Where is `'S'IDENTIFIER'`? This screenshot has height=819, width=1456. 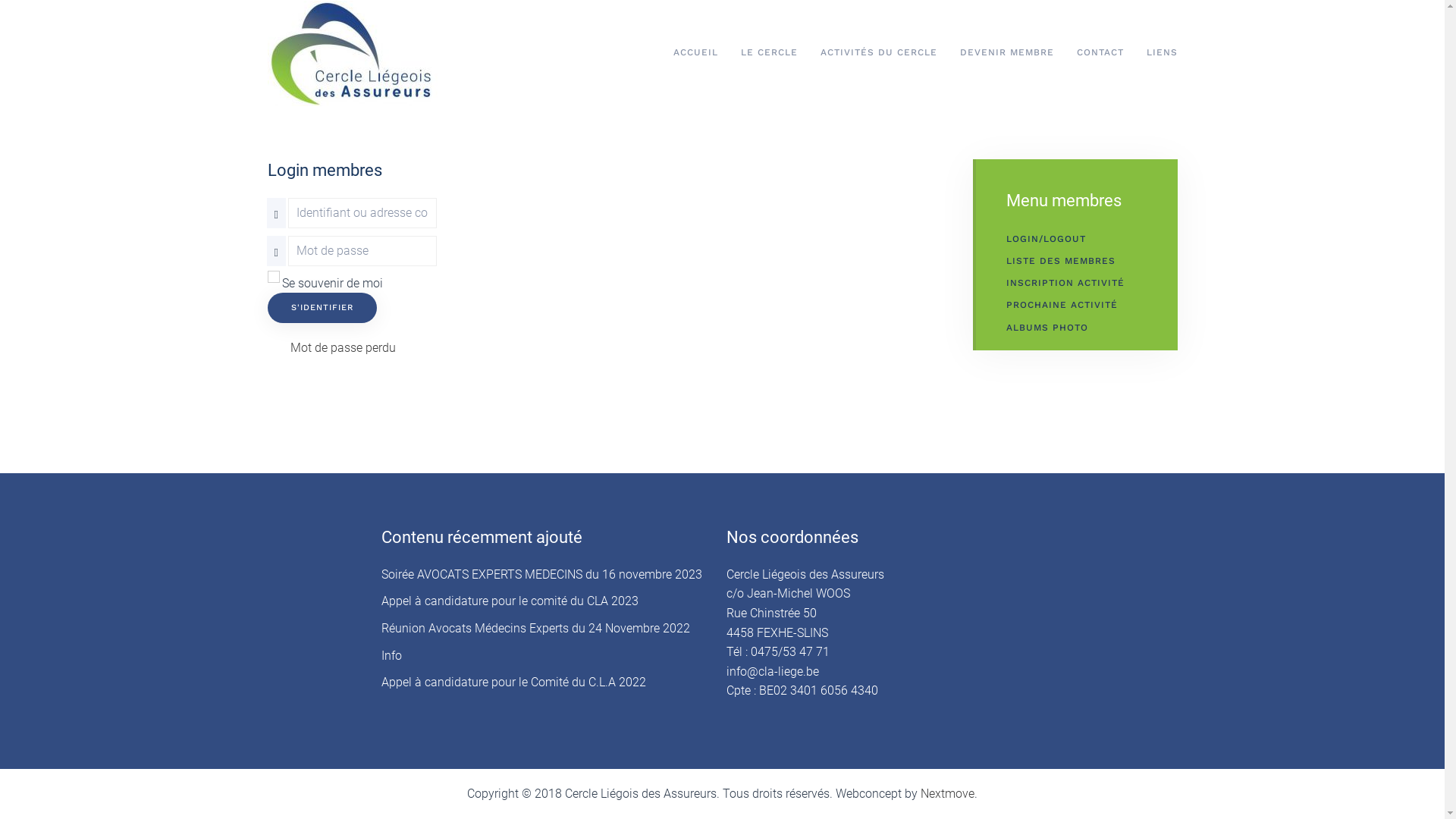
'S'IDENTIFIER' is located at coordinates (320, 307).